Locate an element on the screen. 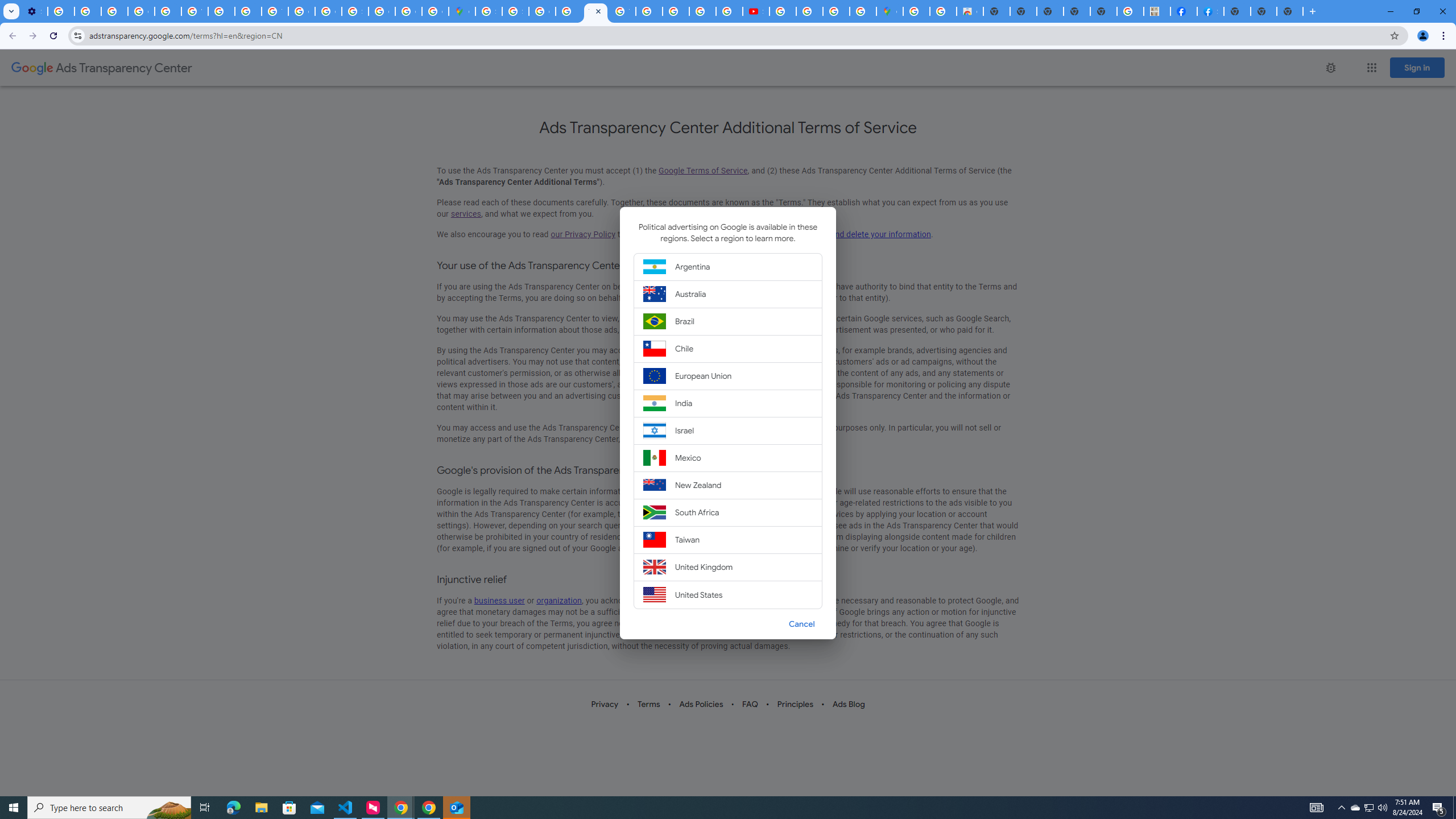 This screenshot has height=819, width=1456. 'Chrome Web Store - Shopping' is located at coordinates (970, 11).